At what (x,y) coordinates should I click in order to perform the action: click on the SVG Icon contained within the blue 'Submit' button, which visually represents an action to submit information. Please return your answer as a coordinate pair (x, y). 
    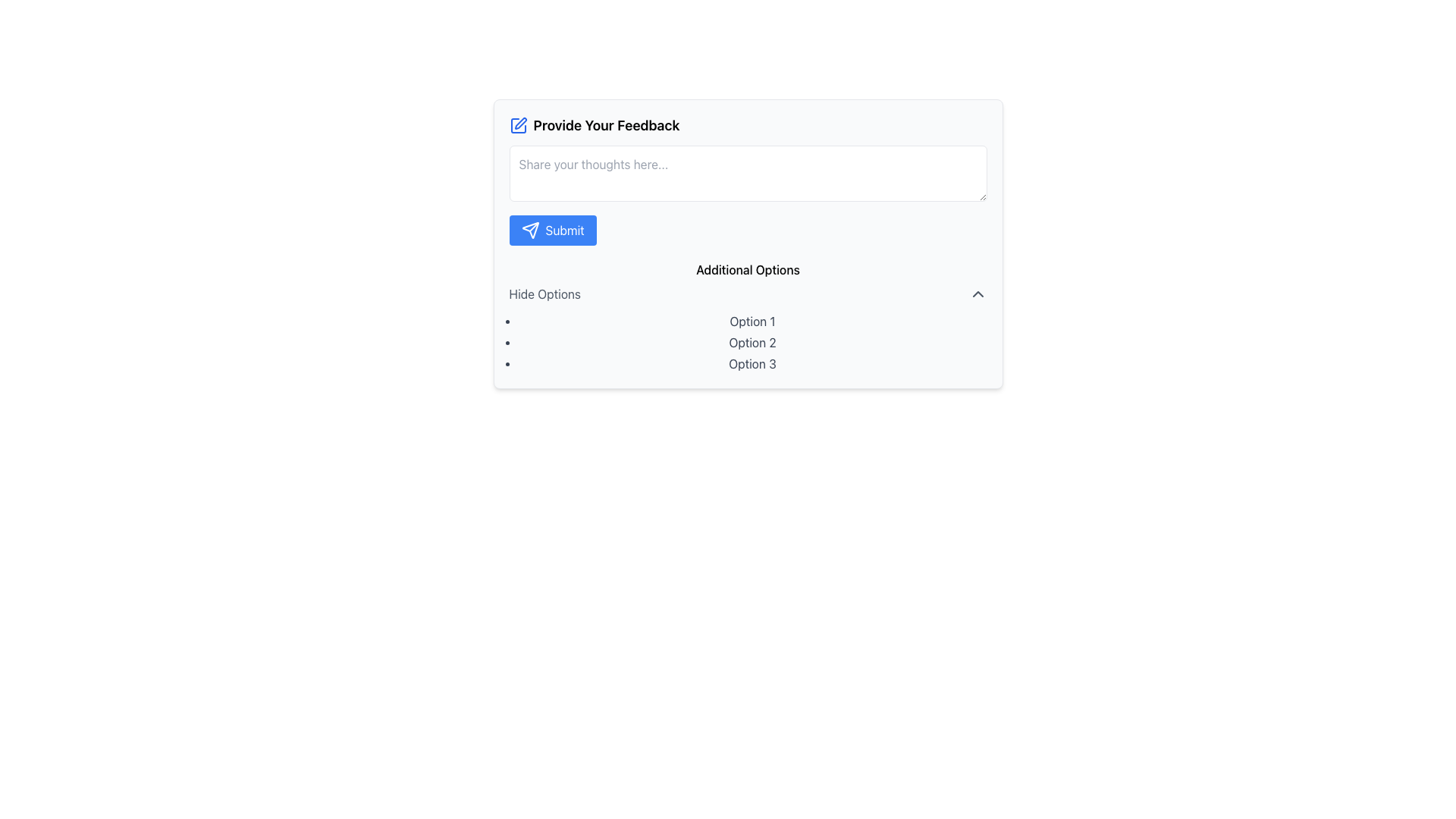
    Looking at the image, I should click on (530, 231).